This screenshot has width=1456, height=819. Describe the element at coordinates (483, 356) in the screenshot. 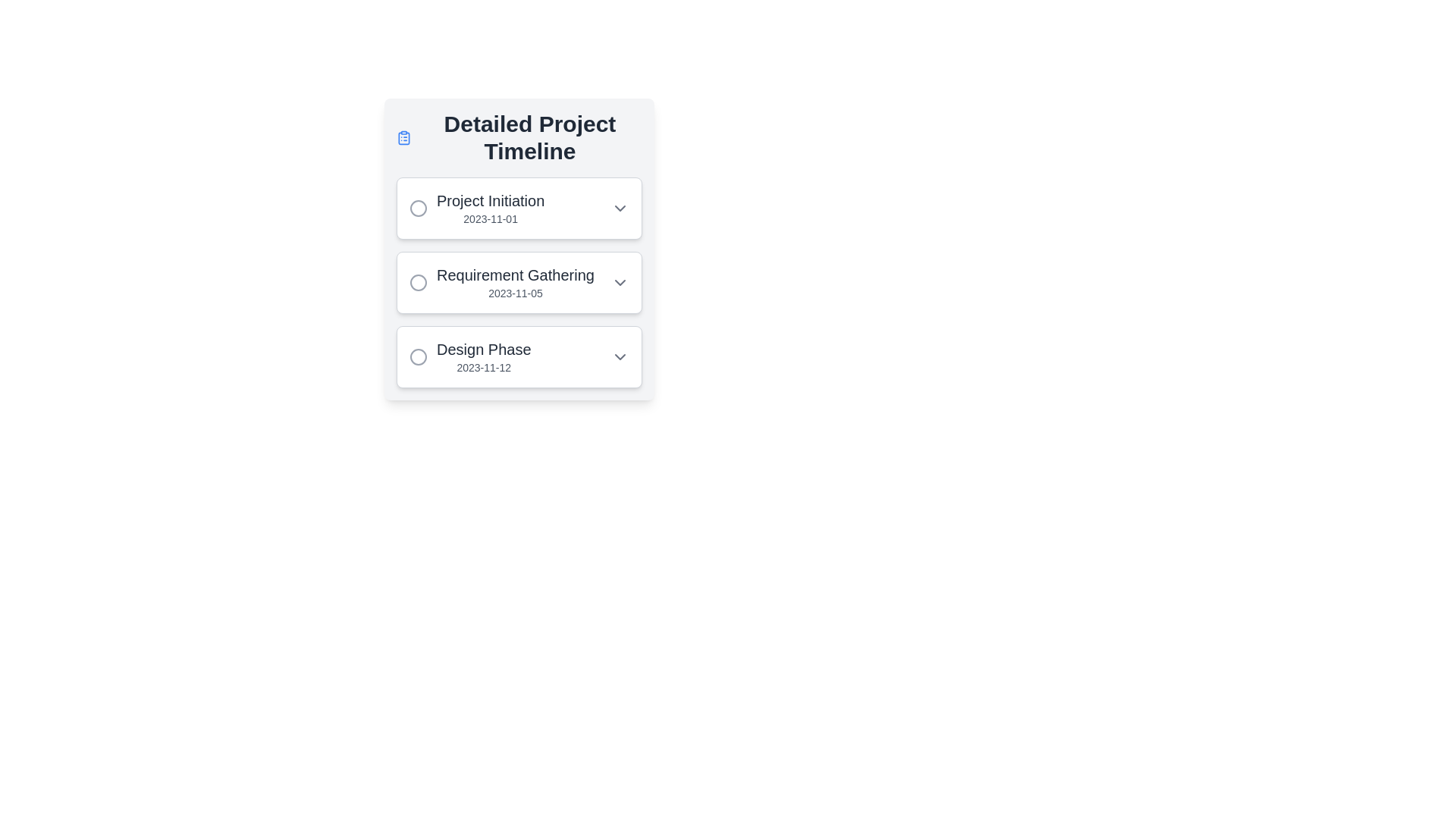

I see `the third item in the vertically stacked list that displays the title and date for the Design Phase` at that location.